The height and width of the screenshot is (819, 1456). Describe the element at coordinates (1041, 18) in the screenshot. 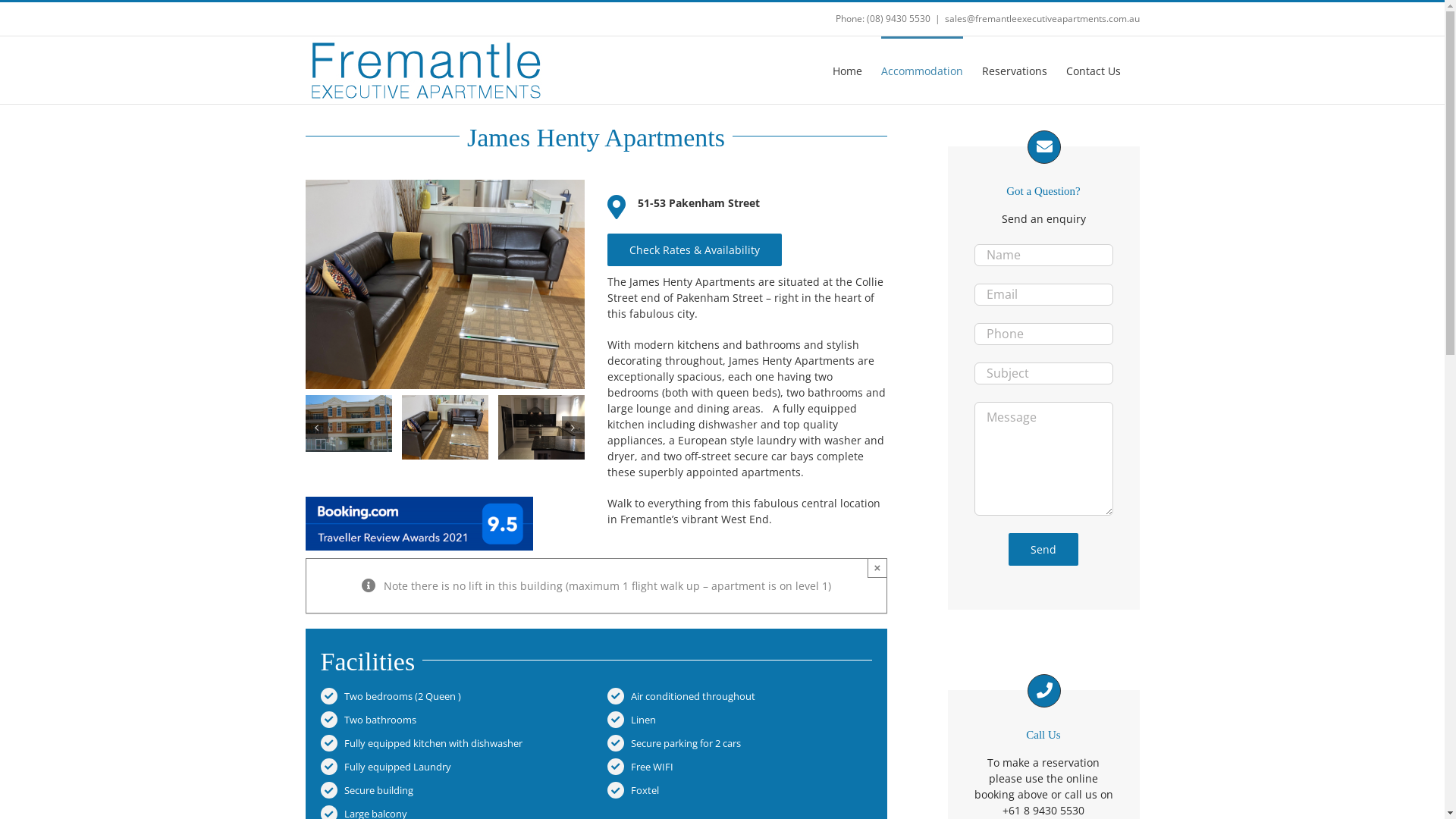

I see `'sales@fremantleexecutiveapartments.com.au'` at that location.